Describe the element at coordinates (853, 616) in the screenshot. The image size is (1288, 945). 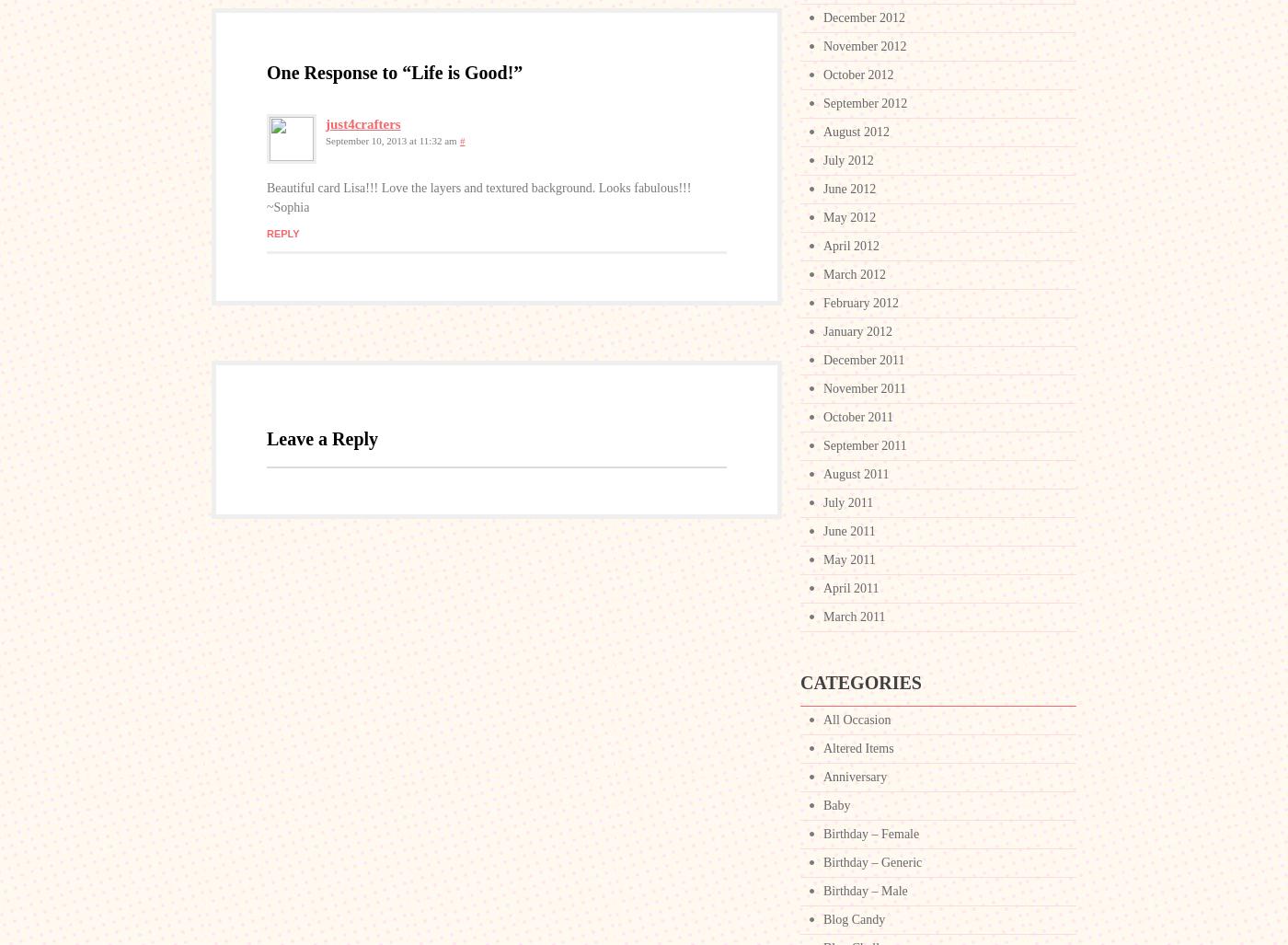
I see `'March 2011'` at that location.